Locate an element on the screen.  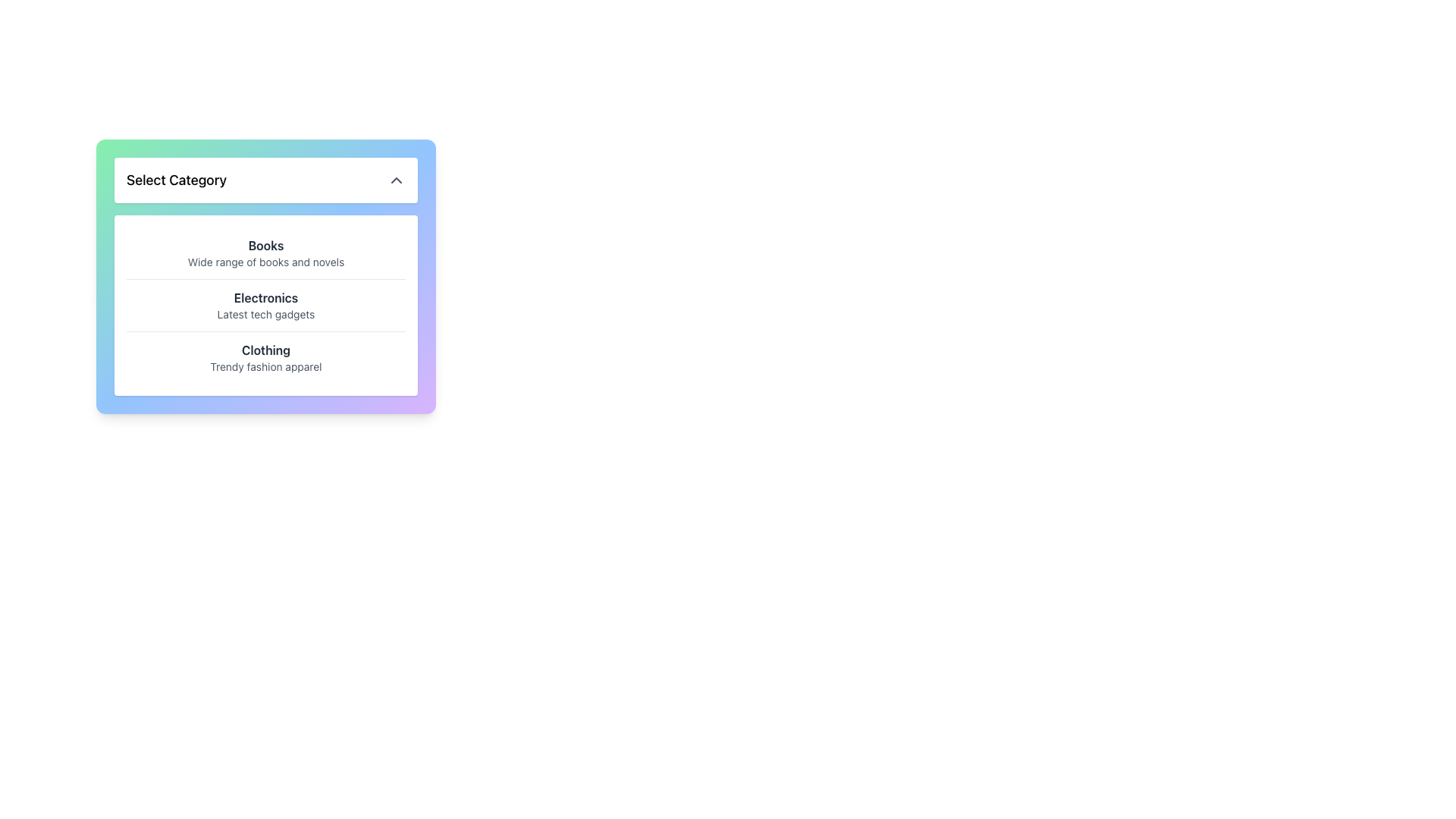
the 'Clothing' category item in the category selection menu is located at coordinates (265, 356).